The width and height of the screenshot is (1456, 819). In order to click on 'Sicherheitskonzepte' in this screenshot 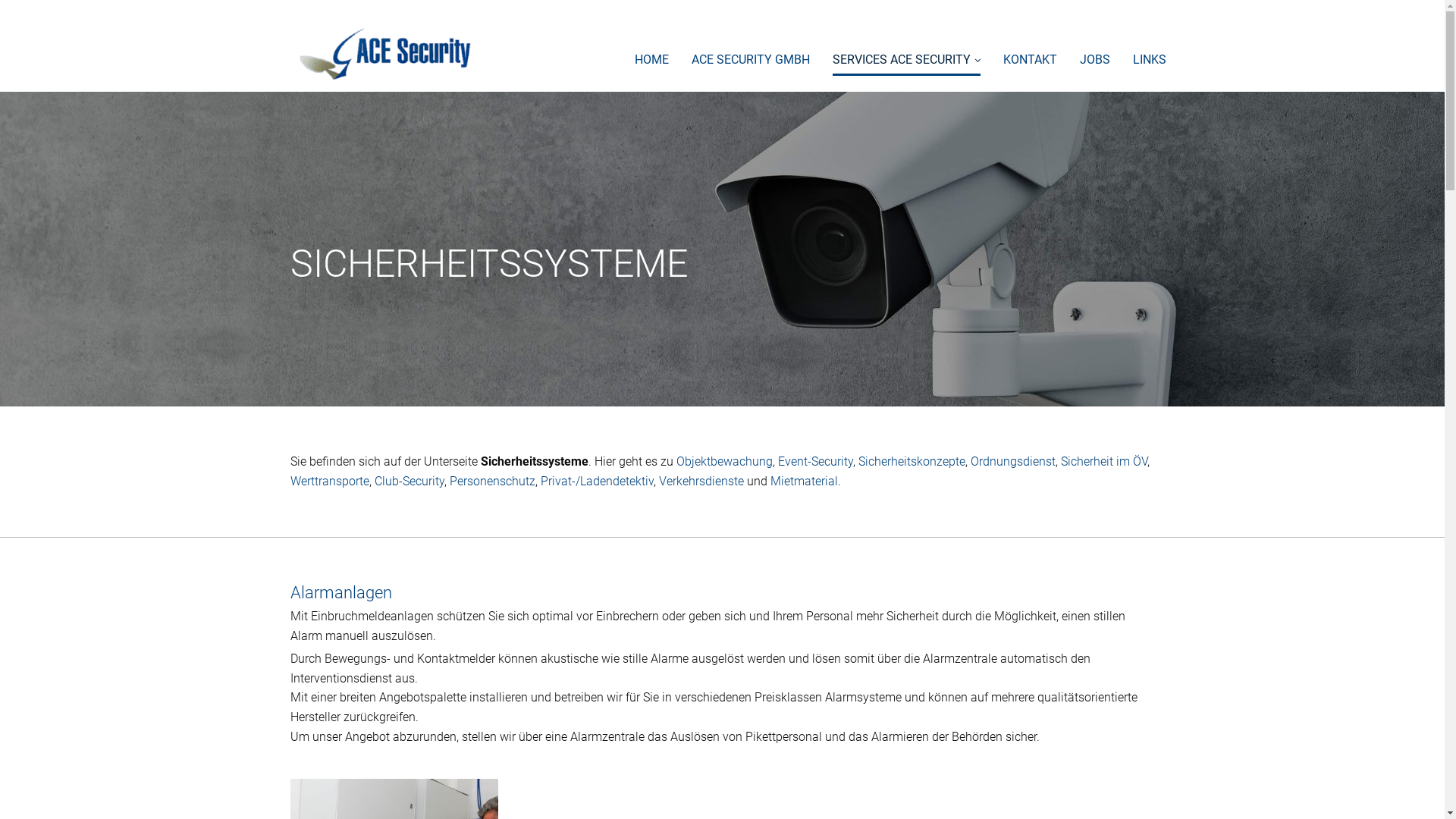, I will do `click(911, 460)`.